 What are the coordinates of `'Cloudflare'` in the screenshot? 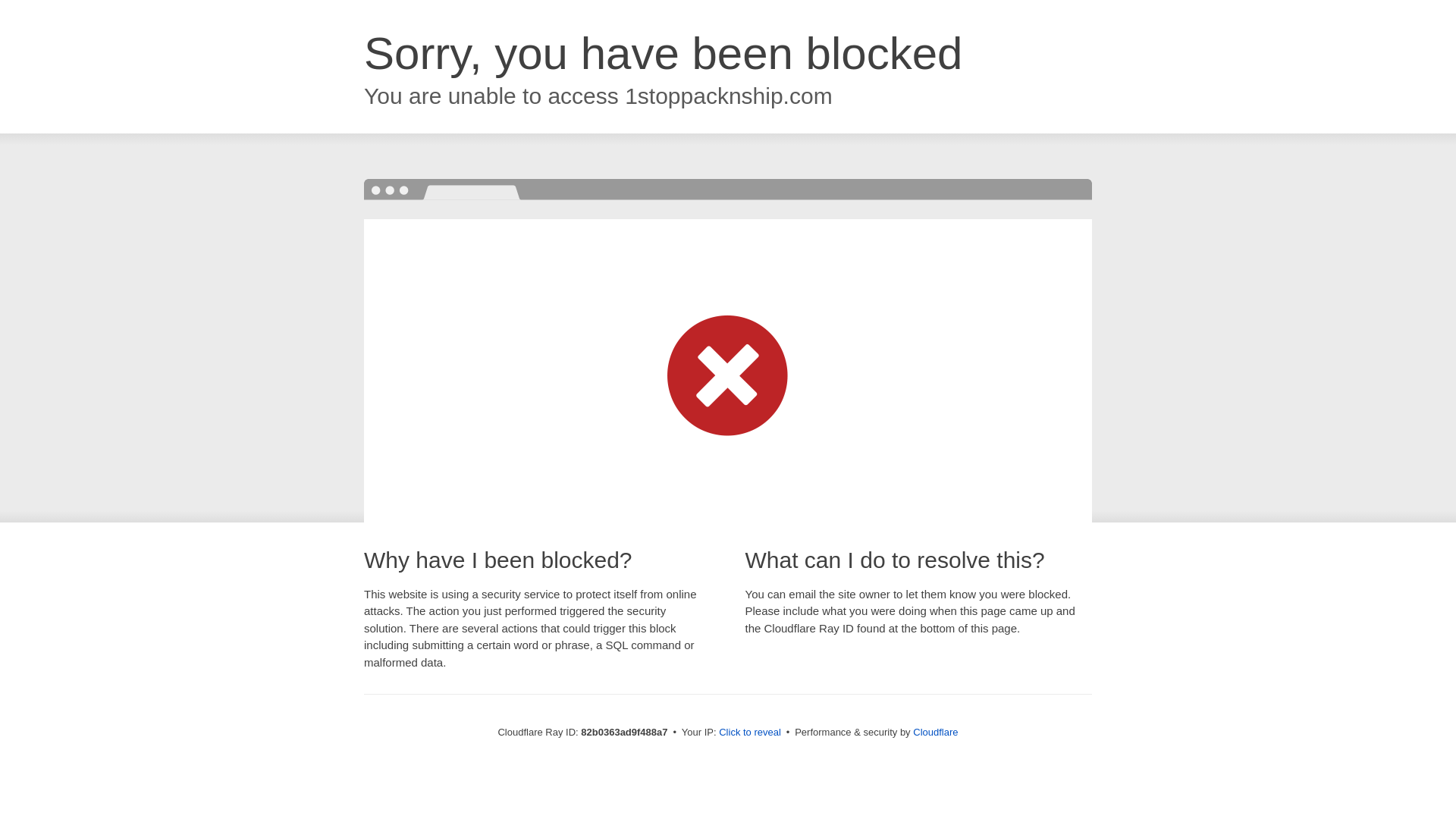 It's located at (934, 731).